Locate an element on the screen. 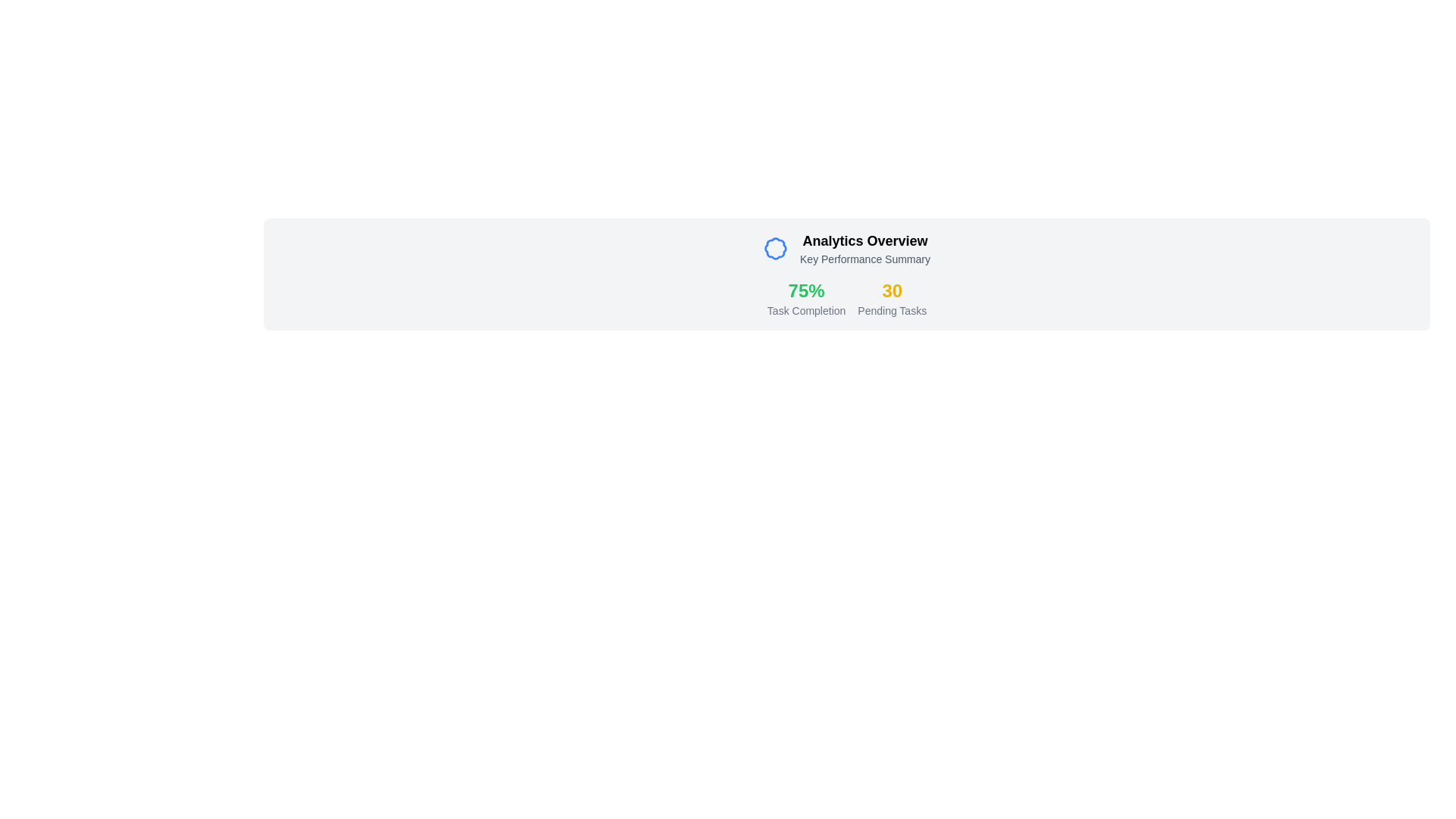 The height and width of the screenshot is (819, 1456). static informational display element showing the number '30' with the label 'Pending Tasks' below it, styled in yellow and gray respectively is located at coordinates (892, 298).